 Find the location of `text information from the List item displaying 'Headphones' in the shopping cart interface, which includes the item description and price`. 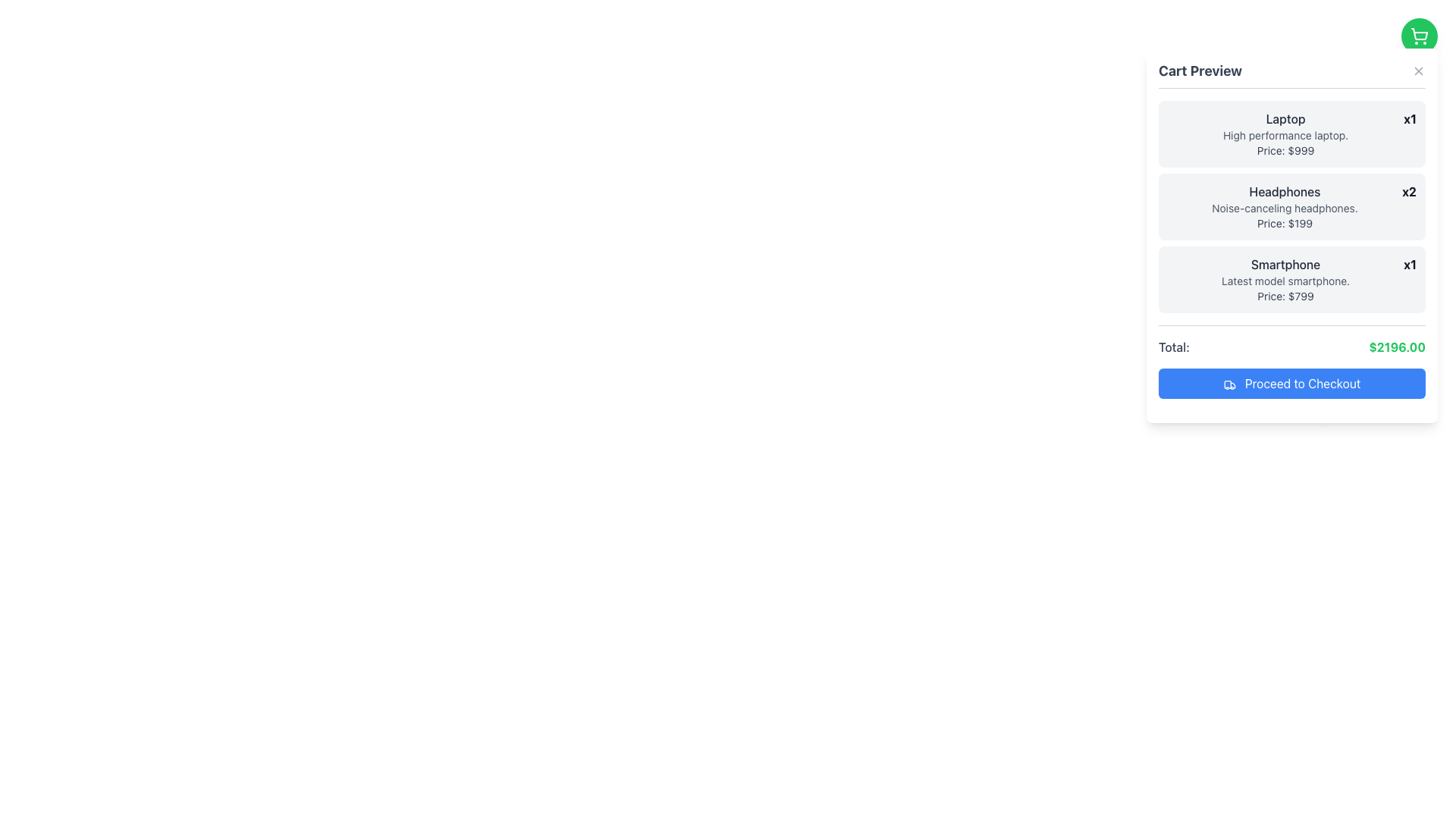

text information from the List item displaying 'Headphones' in the shopping cart interface, which includes the item description and price is located at coordinates (1291, 207).